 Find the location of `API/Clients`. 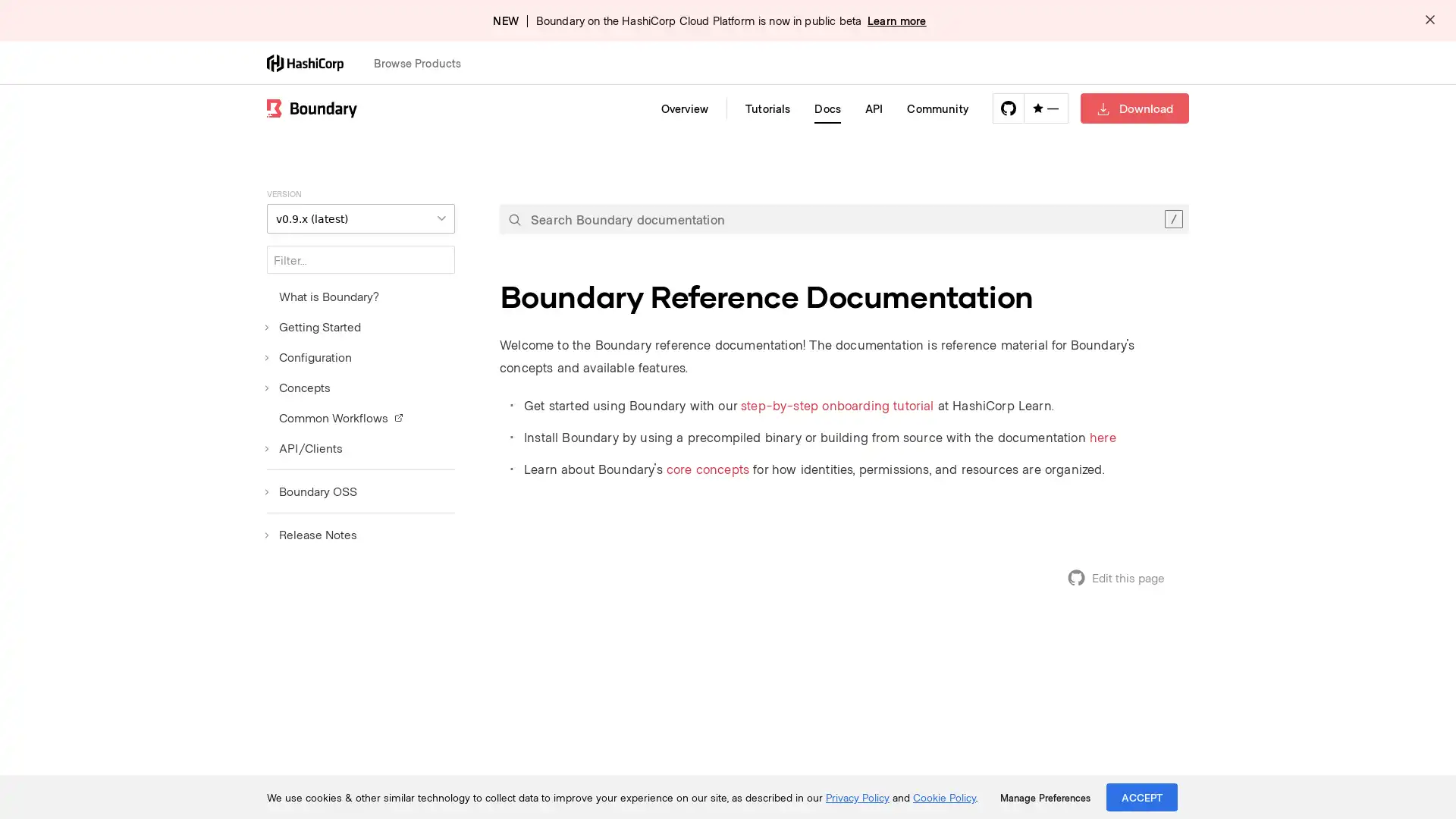

API/Clients is located at coordinates (304, 447).